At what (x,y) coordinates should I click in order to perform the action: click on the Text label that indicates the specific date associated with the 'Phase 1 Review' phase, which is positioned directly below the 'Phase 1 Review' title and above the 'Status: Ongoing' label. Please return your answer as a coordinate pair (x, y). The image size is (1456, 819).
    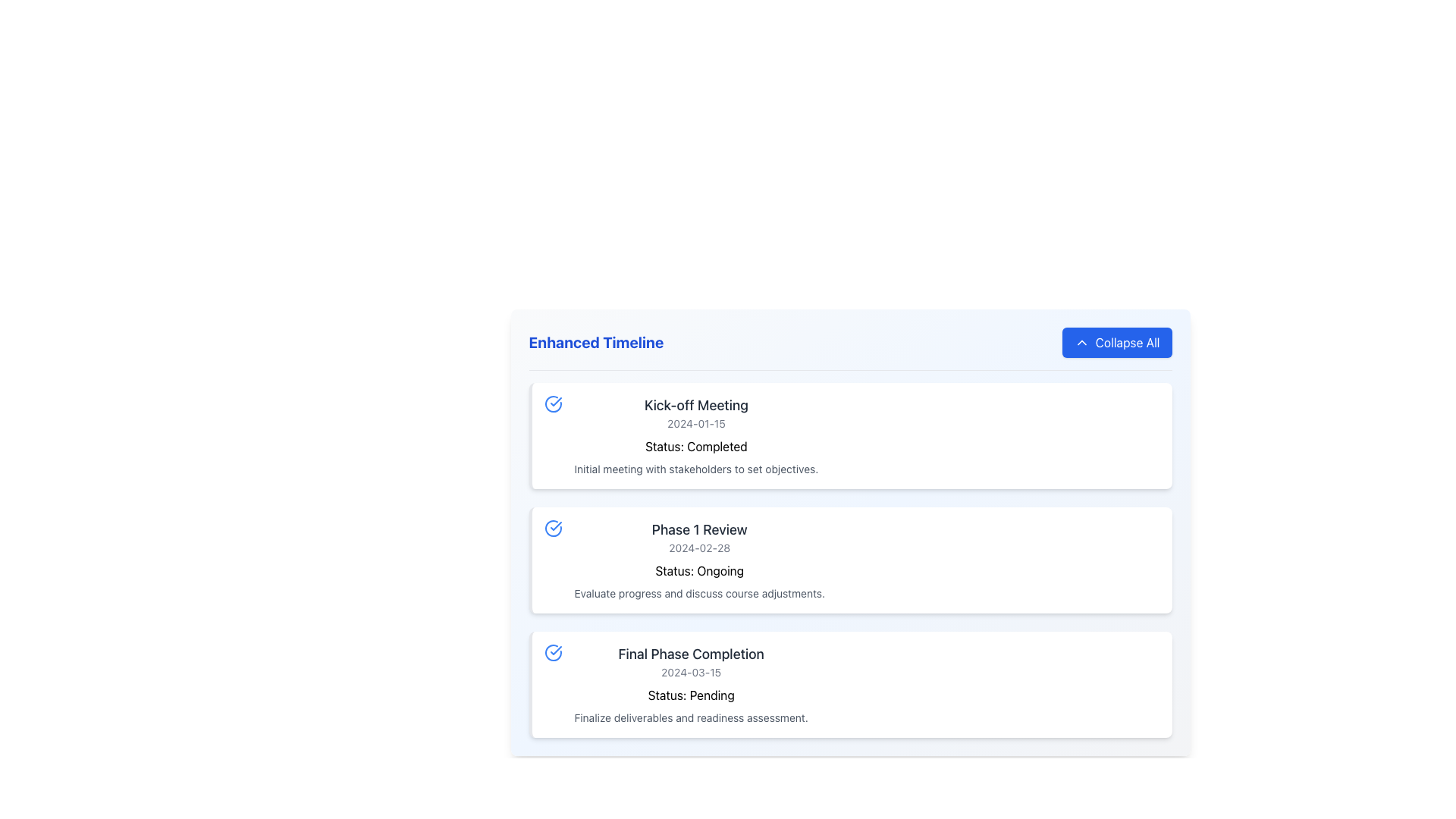
    Looking at the image, I should click on (698, 548).